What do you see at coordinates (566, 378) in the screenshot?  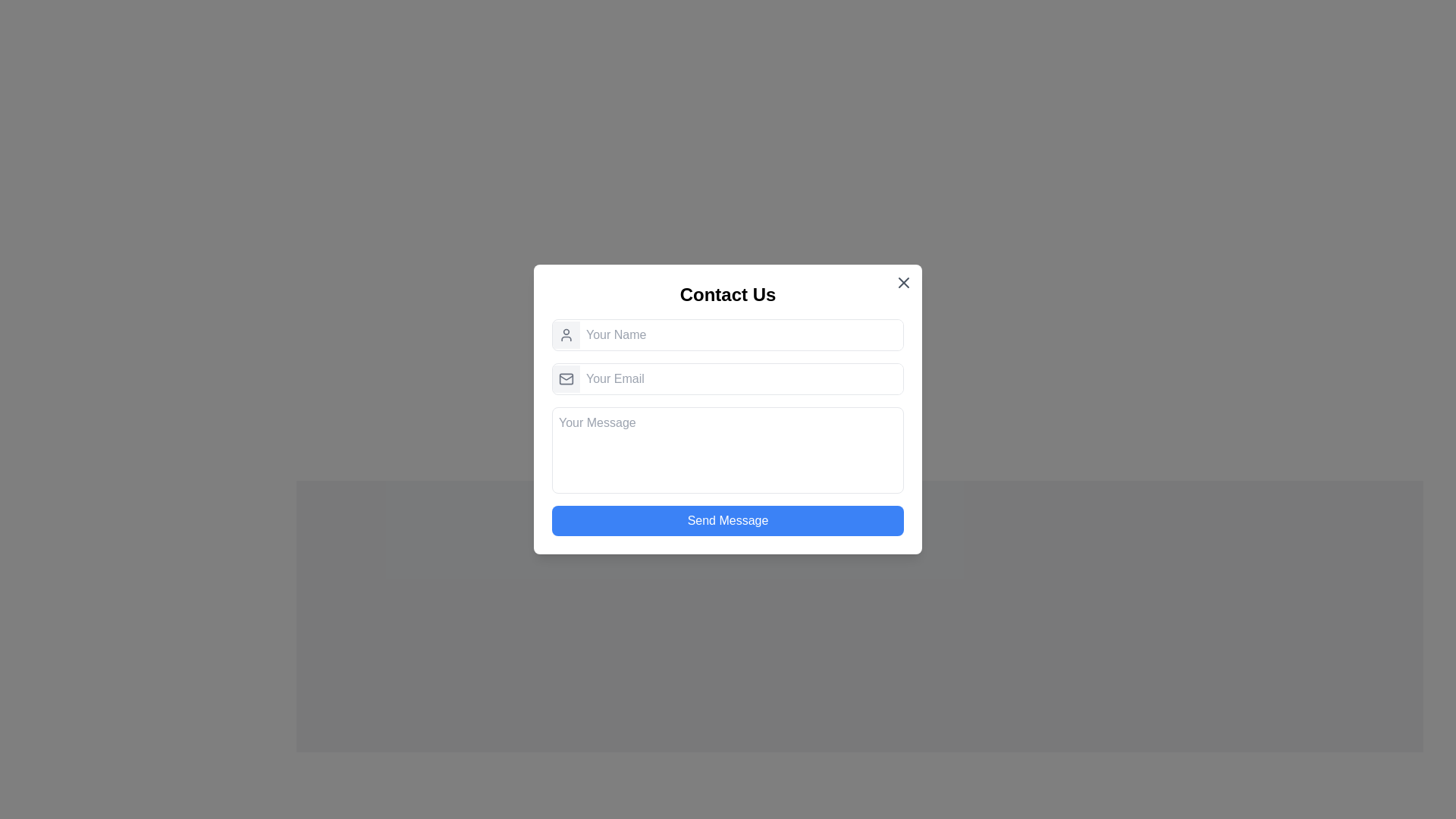 I see `the envelope-shaped icon with a gray outline in the 'Contact Us' modal dialog, located between the 'Your Email' input field and 'Your Name' input field` at bounding box center [566, 378].